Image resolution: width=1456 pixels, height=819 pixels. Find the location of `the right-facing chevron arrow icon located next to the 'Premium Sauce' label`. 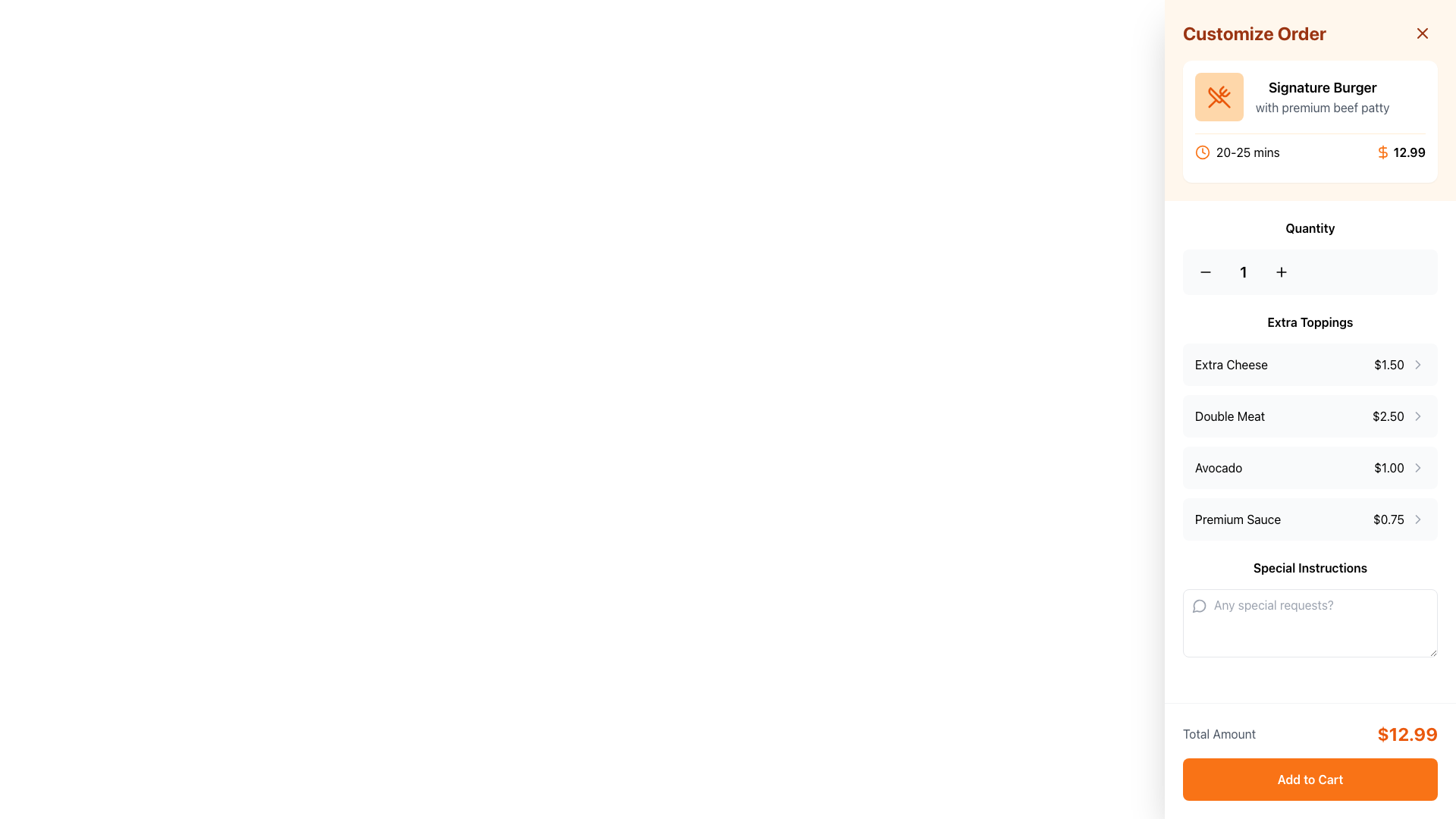

the right-facing chevron arrow icon located next to the 'Premium Sauce' label is located at coordinates (1417, 519).